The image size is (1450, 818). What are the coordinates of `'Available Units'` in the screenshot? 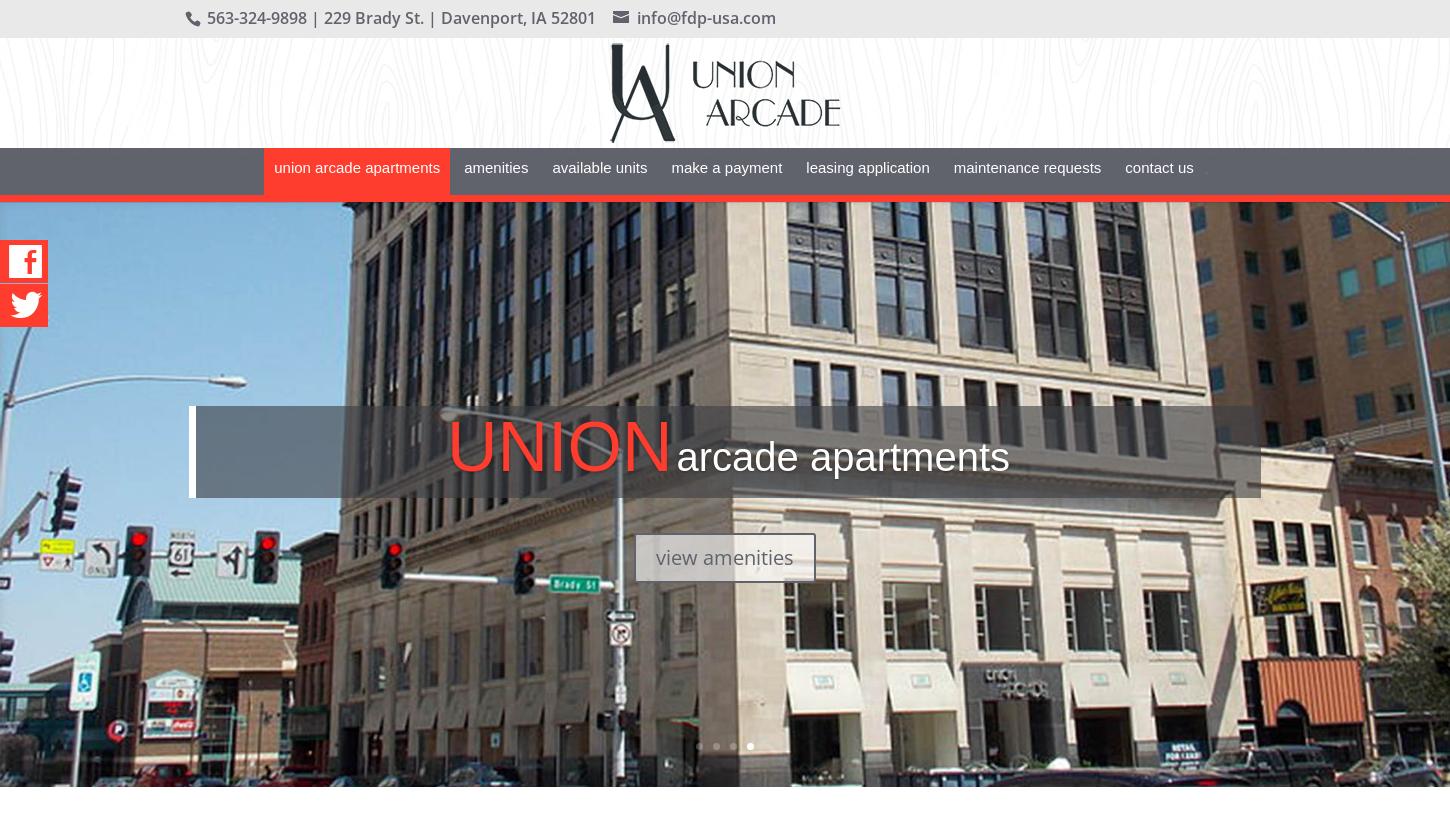 It's located at (552, 196).